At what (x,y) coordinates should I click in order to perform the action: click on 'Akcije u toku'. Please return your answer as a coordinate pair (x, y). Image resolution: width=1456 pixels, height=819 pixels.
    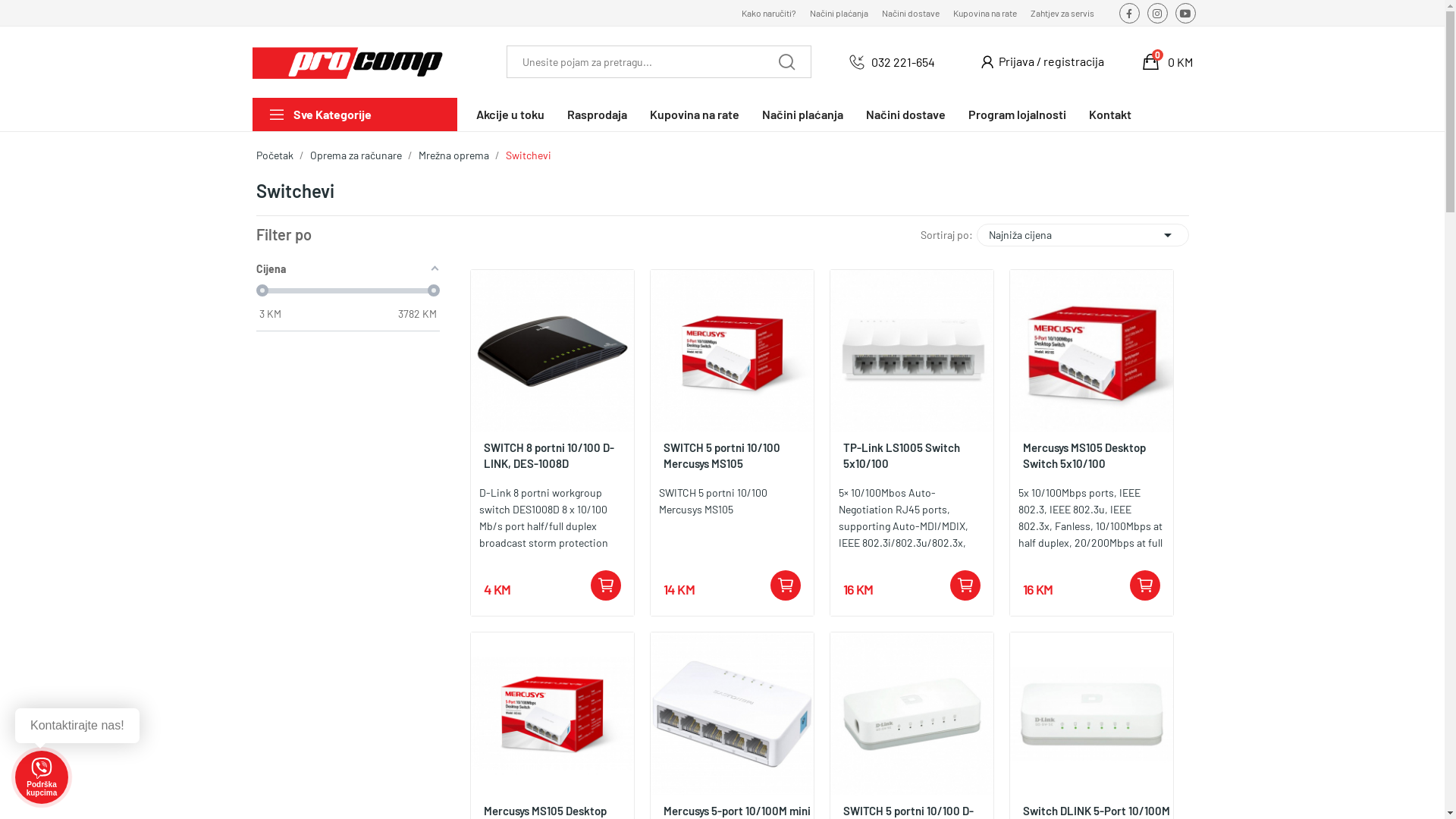
    Looking at the image, I should click on (510, 113).